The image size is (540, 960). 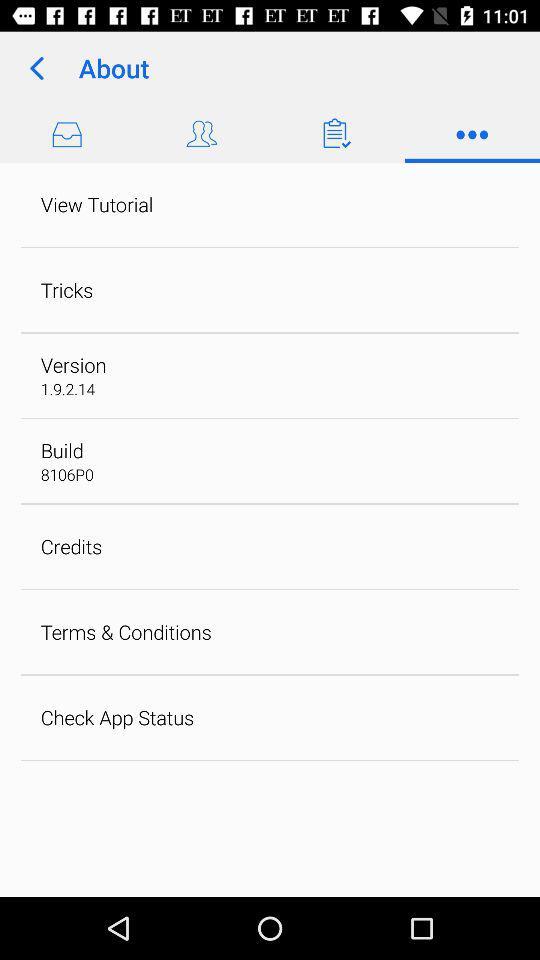 What do you see at coordinates (67, 388) in the screenshot?
I see `1 9 2 app` at bounding box center [67, 388].